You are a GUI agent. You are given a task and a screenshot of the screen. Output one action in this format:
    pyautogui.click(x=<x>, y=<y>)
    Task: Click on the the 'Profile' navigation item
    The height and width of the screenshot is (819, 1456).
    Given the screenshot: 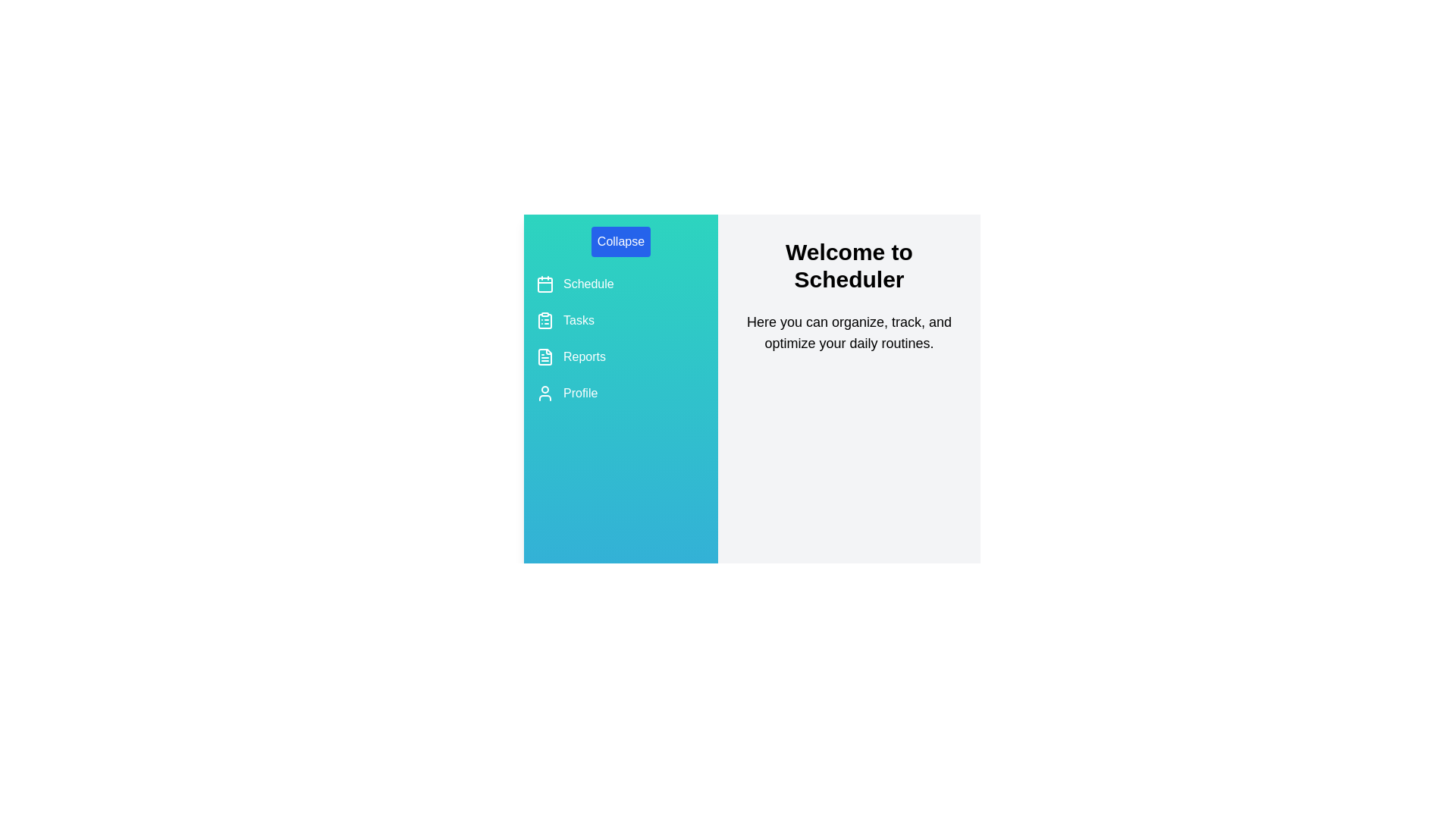 What is the action you would take?
    pyautogui.click(x=621, y=393)
    